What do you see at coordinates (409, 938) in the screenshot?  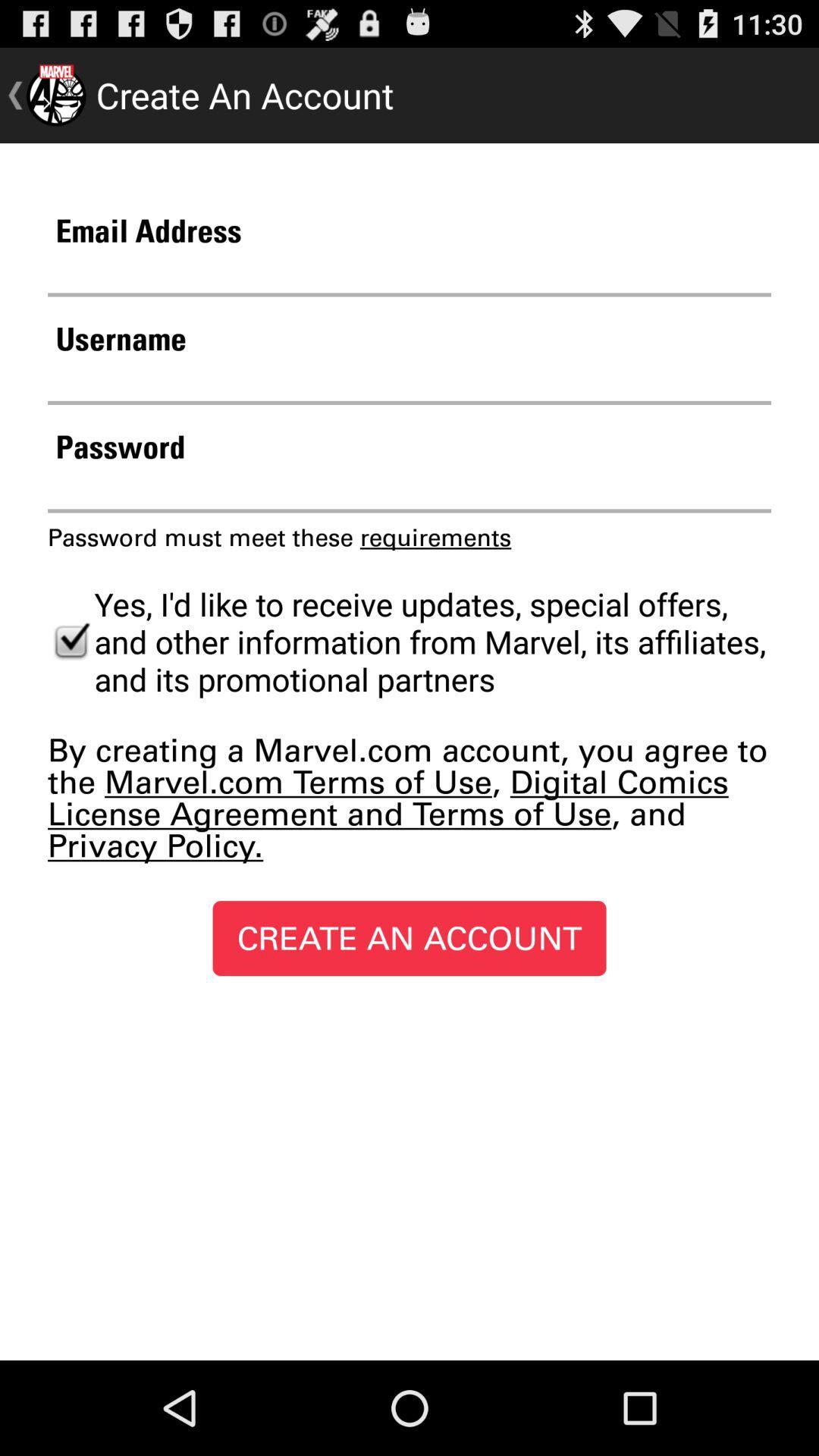 I see `create an account` at bounding box center [409, 938].